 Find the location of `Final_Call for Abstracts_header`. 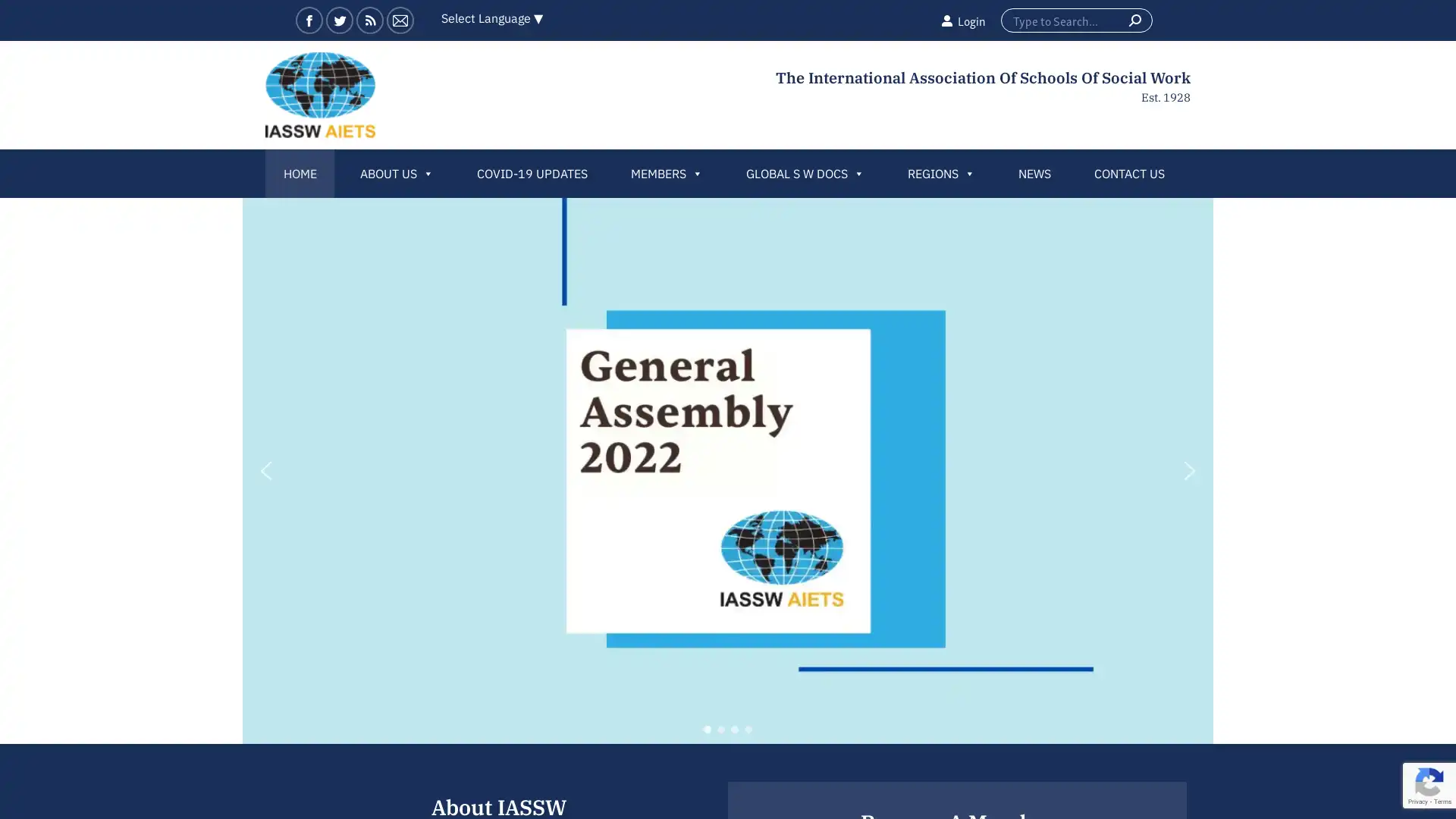

Final_Call for Abstracts_header is located at coordinates (735, 728).